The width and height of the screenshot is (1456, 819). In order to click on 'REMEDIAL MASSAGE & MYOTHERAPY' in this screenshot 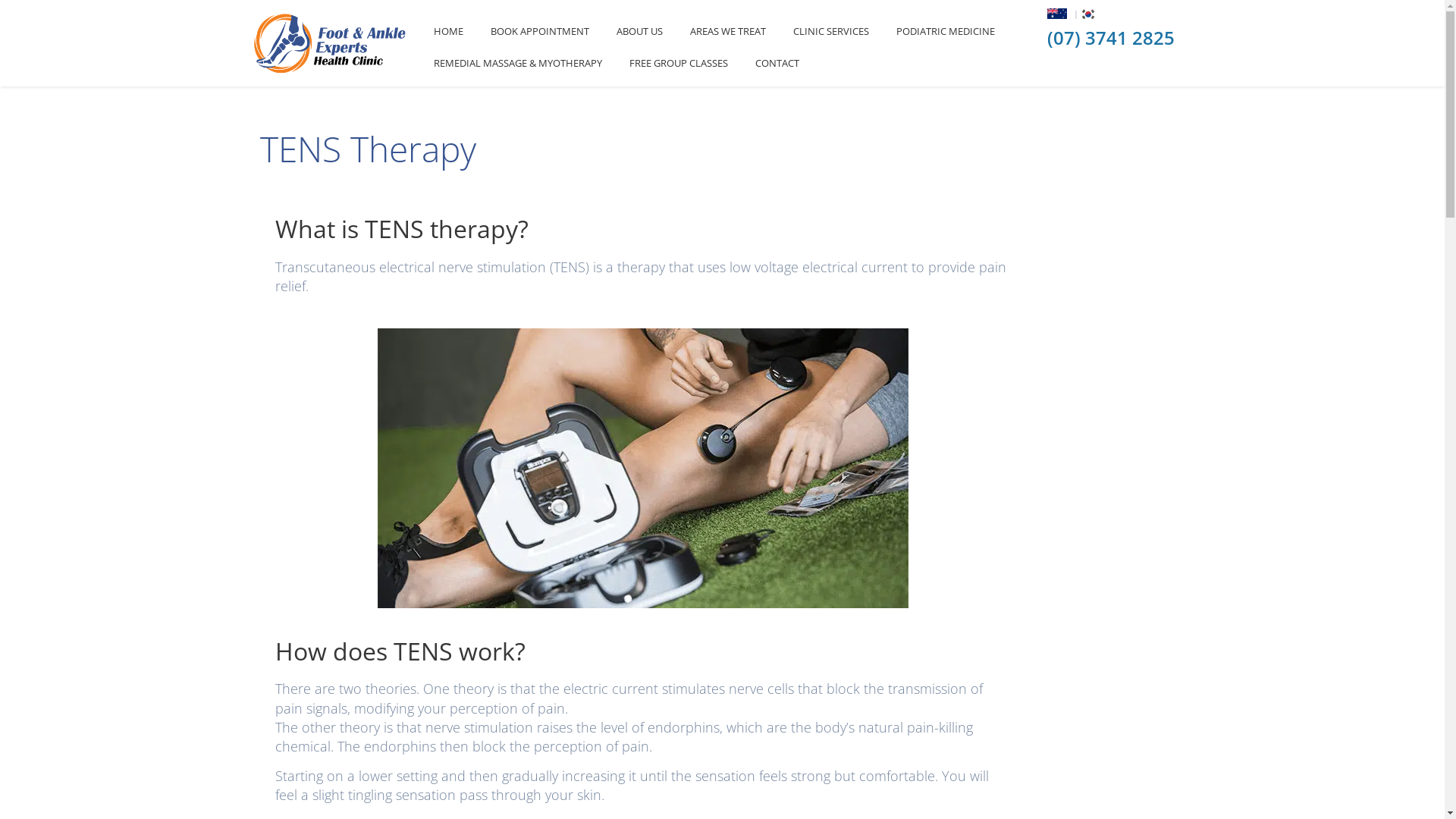, I will do `click(517, 62)`.